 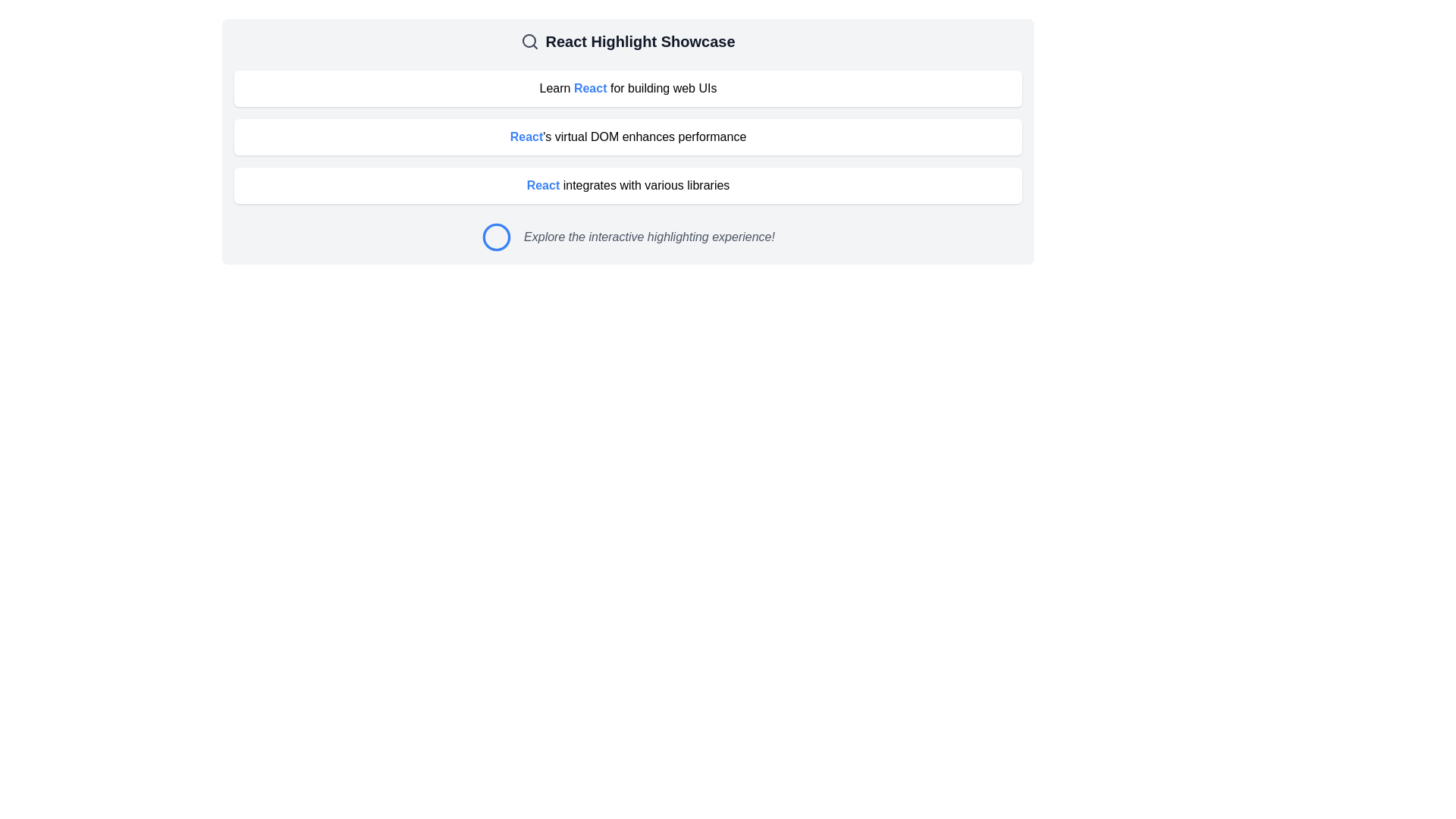 I want to click on the bold blue text link 'React' at the beginning of the string 'React integrates with various libraries', so click(x=543, y=184).